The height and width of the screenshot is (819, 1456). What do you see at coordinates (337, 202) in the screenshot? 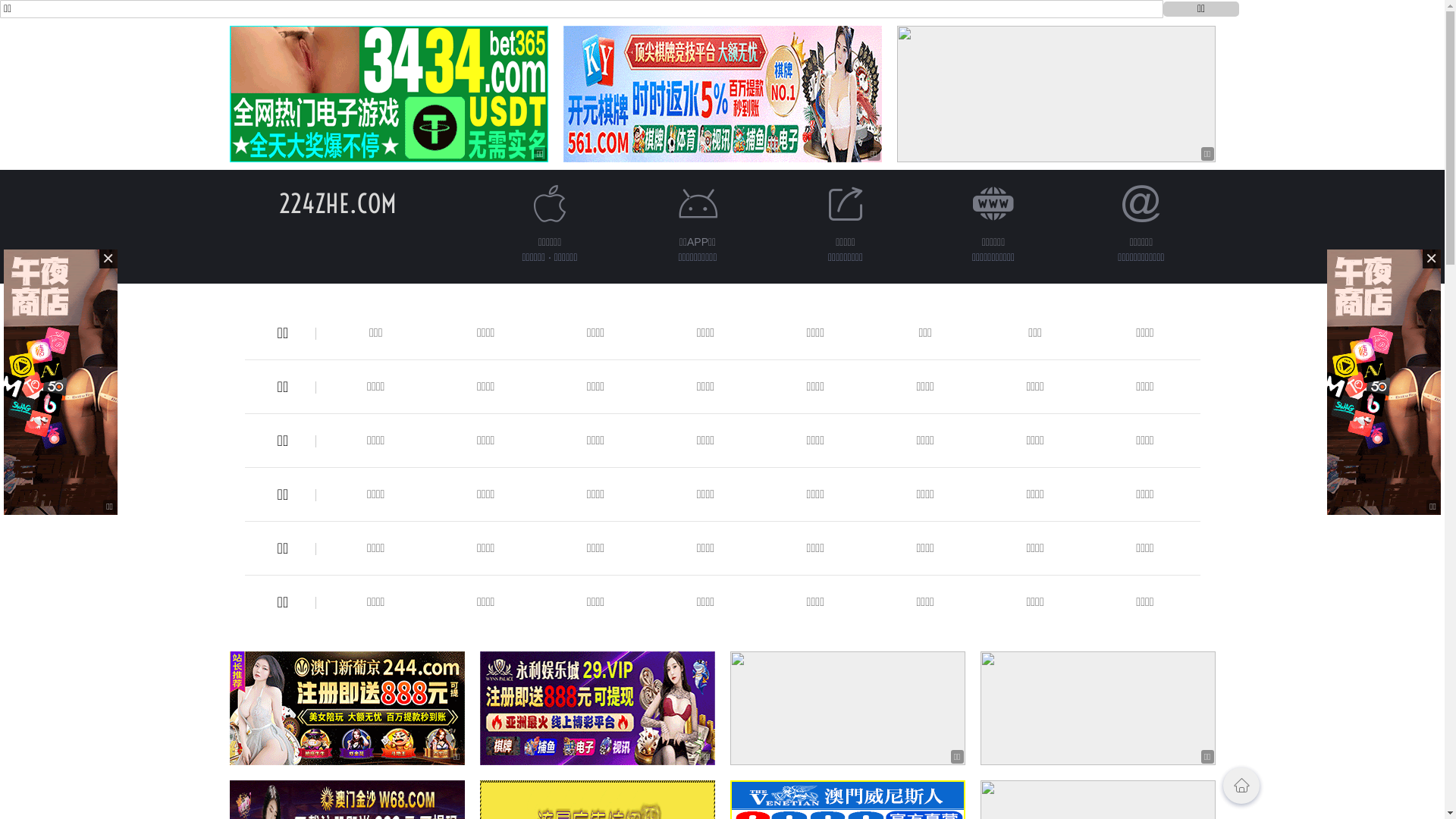
I see `'224ZHE.COM'` at bounding box center [337, 202].